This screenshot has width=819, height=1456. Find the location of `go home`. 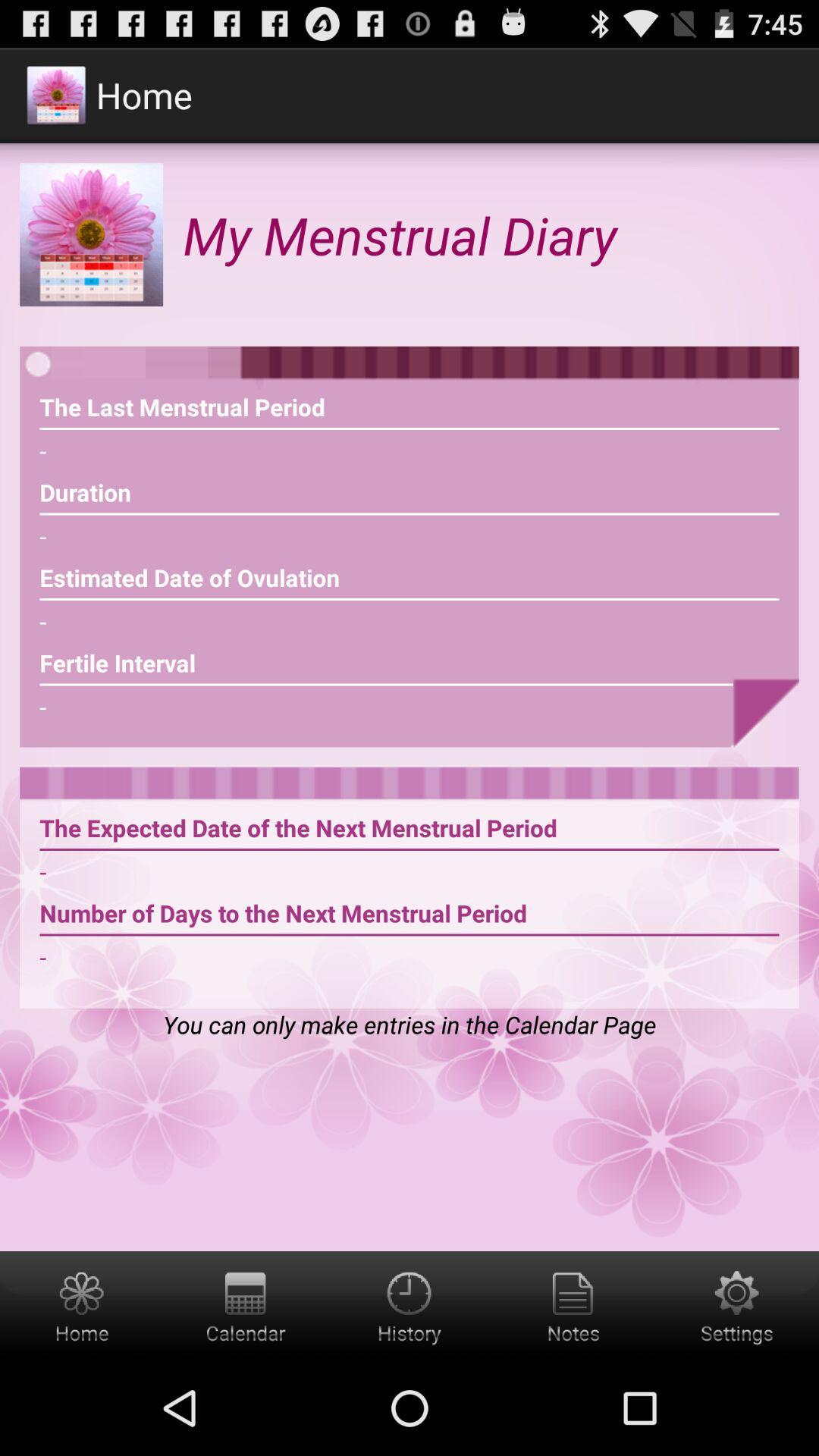

go home is located at coordinates (82, 1305).